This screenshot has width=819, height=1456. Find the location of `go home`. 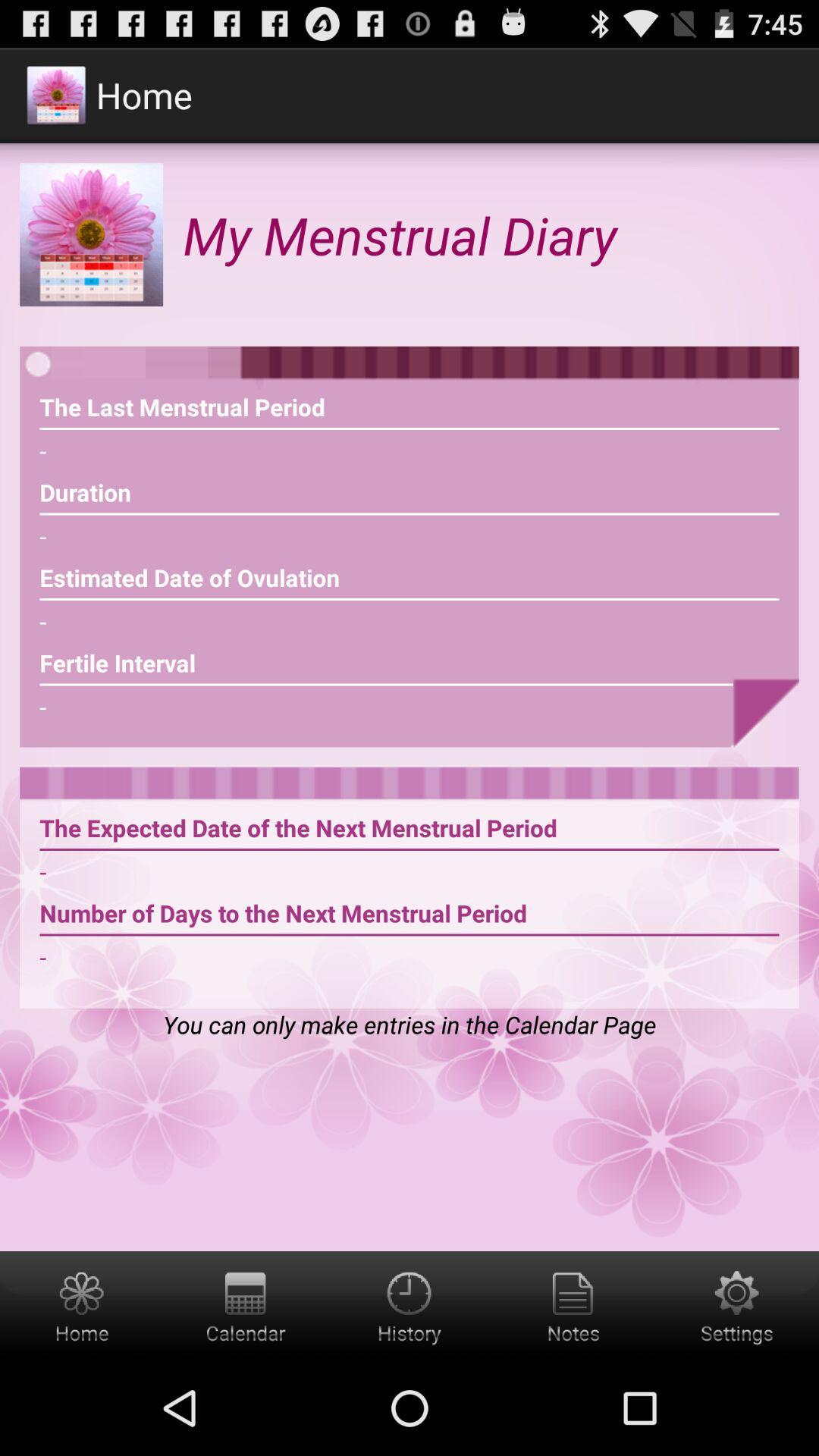

go home is located at coordinates (82, 1305).